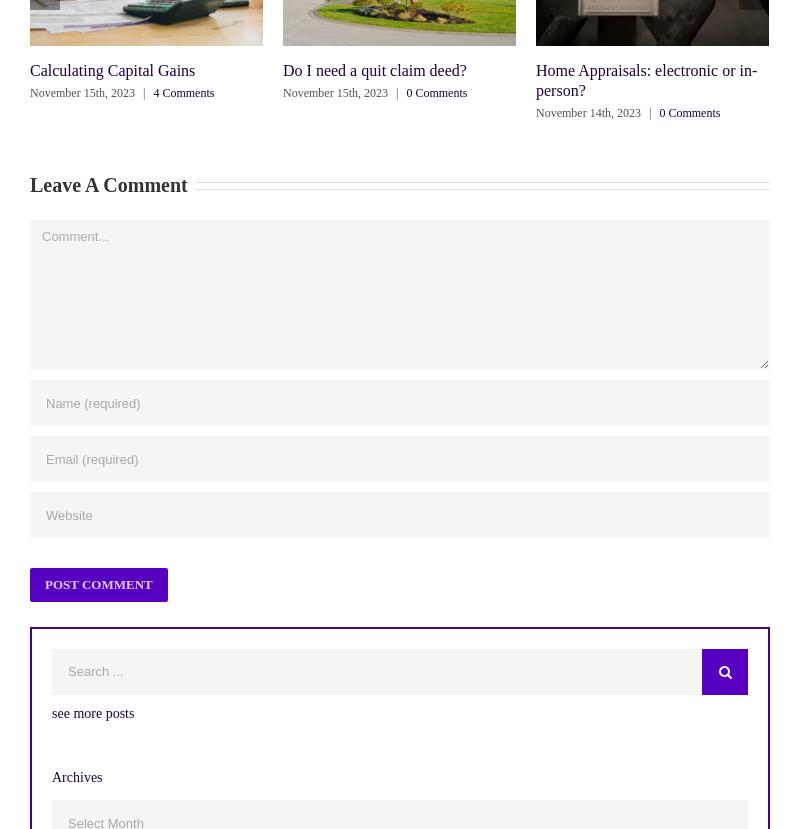 The height and width of the screenshot is (829, 800). Describe the element at coordinates (93, 712) in the screenshot. I see `'see more posts'` at that location.